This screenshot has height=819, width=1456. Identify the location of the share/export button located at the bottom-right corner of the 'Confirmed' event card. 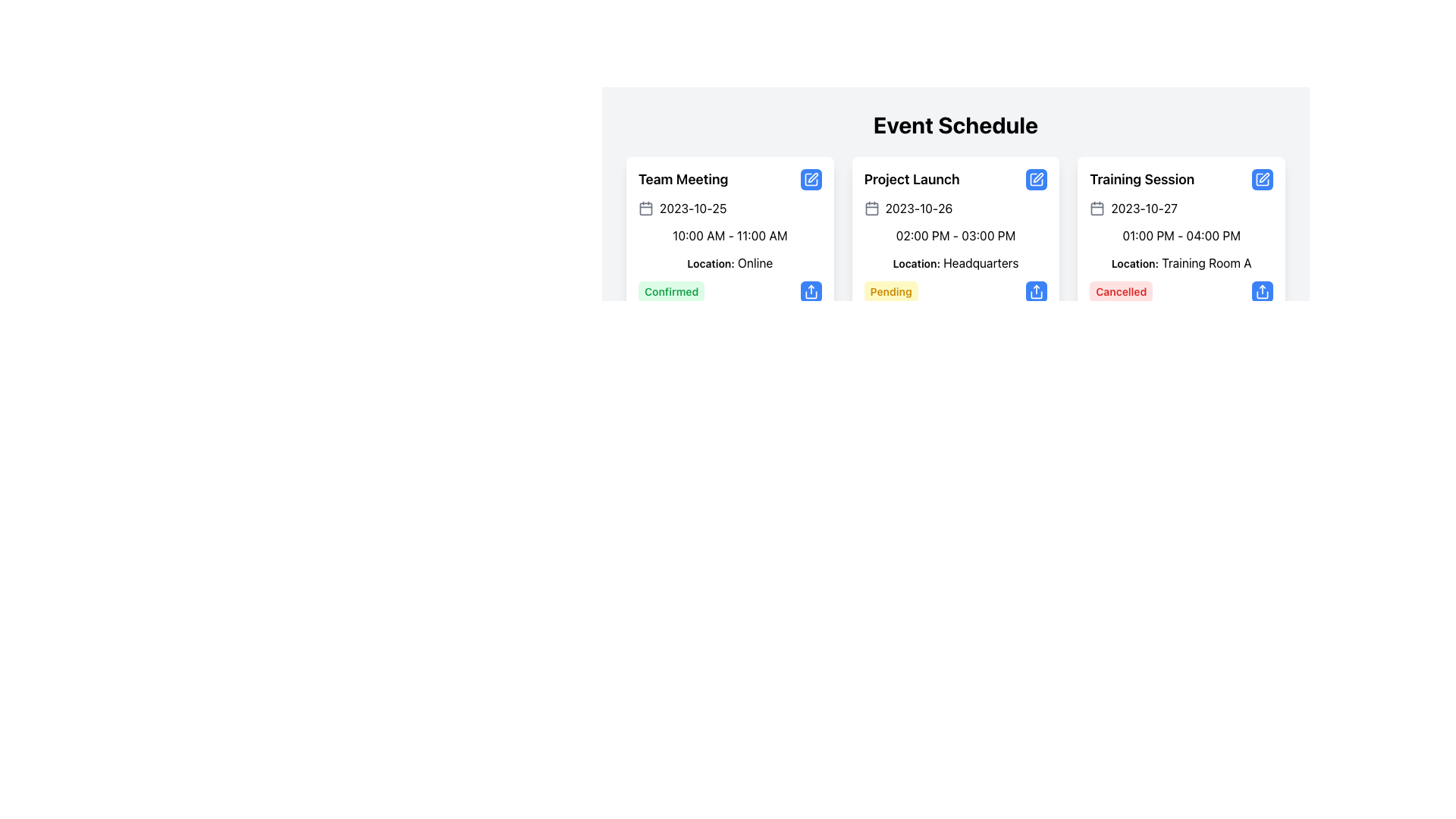
(810, 292).